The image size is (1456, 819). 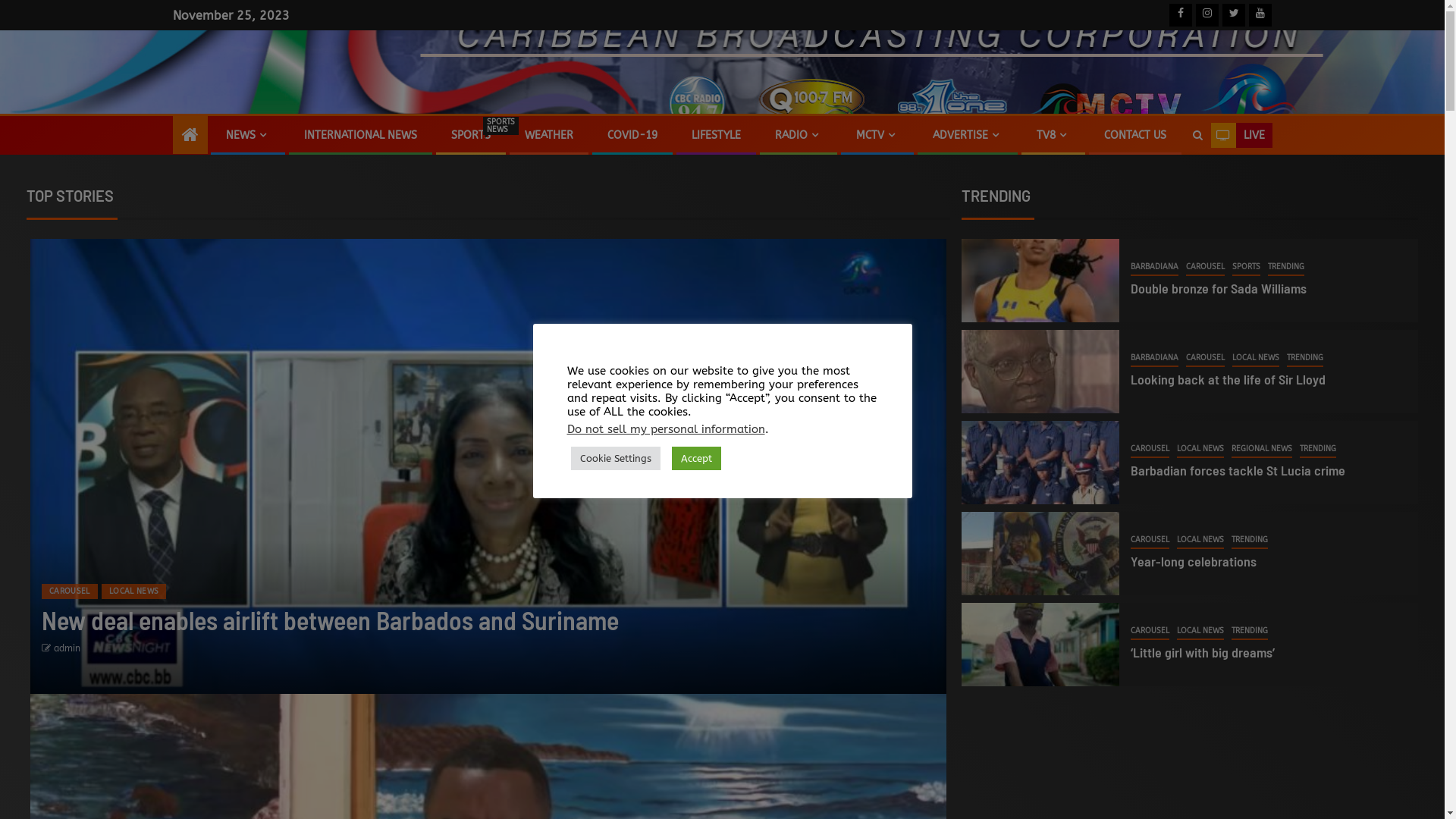 What do you see at coordinates (1150, 540) in the screenshot?
I see `'CAROUSEL'` at bounding box center [1150, 540].